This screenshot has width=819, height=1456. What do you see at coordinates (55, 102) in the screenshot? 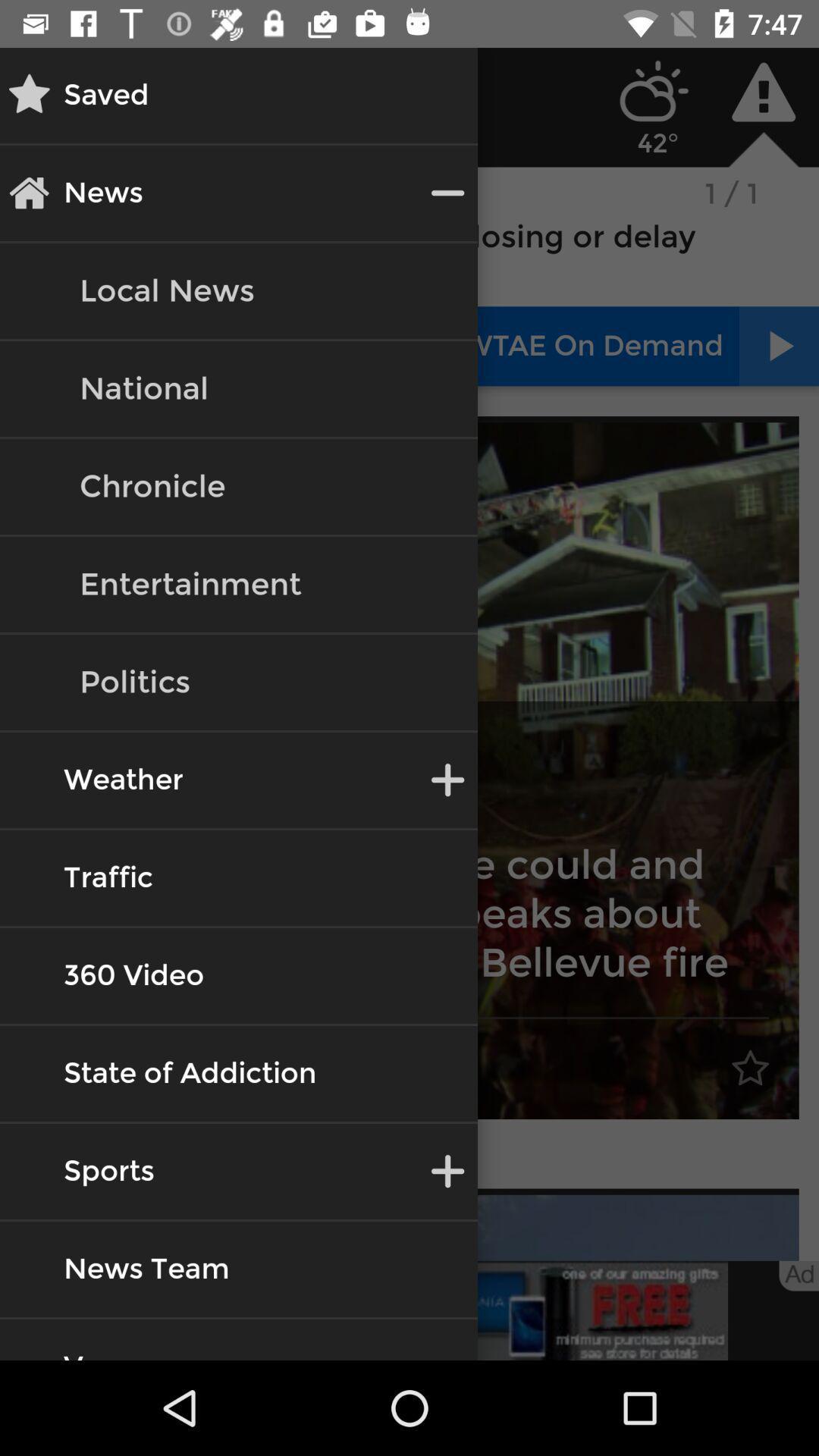
I see `the star icon` at bounding box center [55, 102].